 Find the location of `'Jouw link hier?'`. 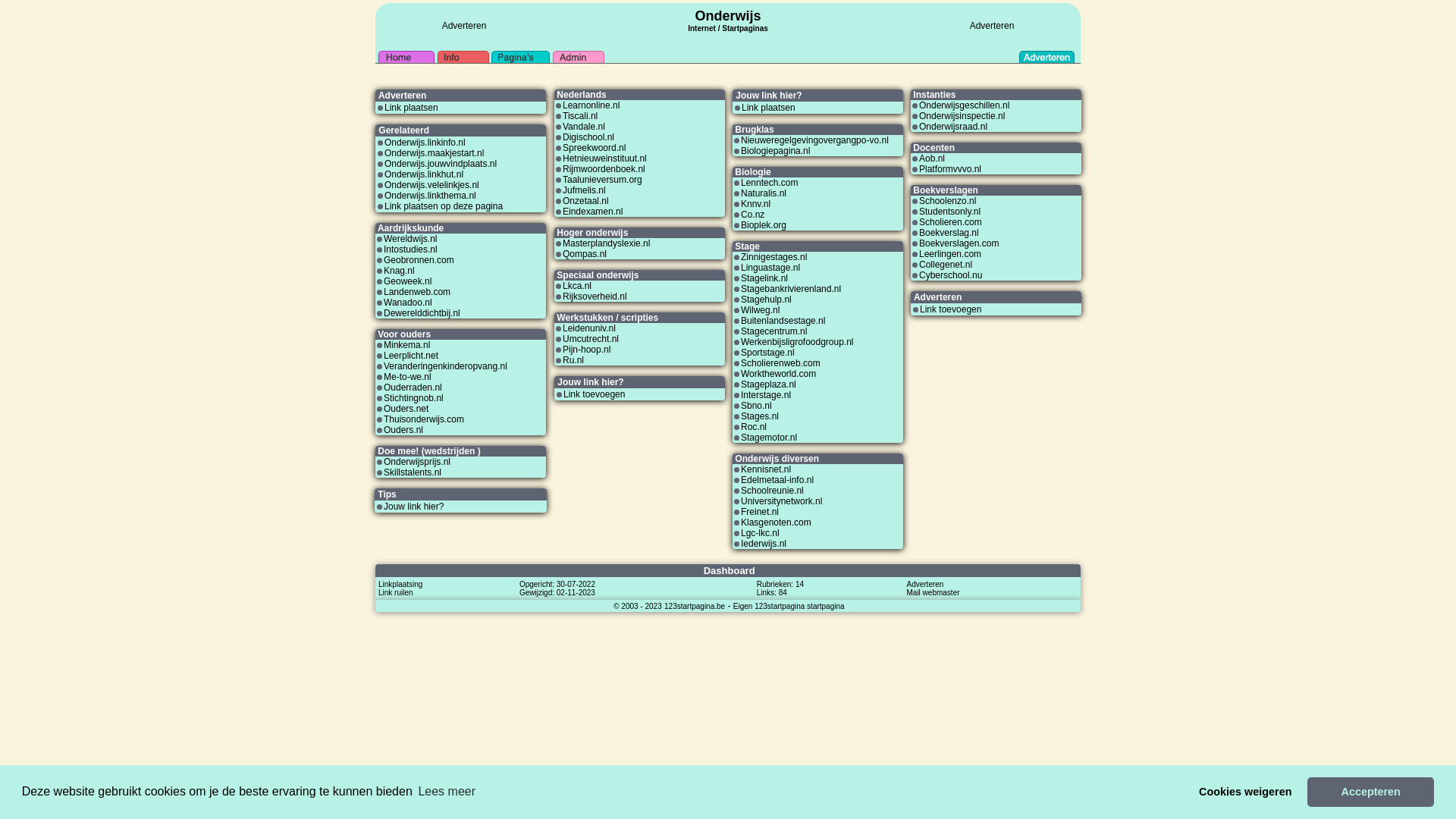

'Jouw link hier?' is located at coordinates (413, 506).